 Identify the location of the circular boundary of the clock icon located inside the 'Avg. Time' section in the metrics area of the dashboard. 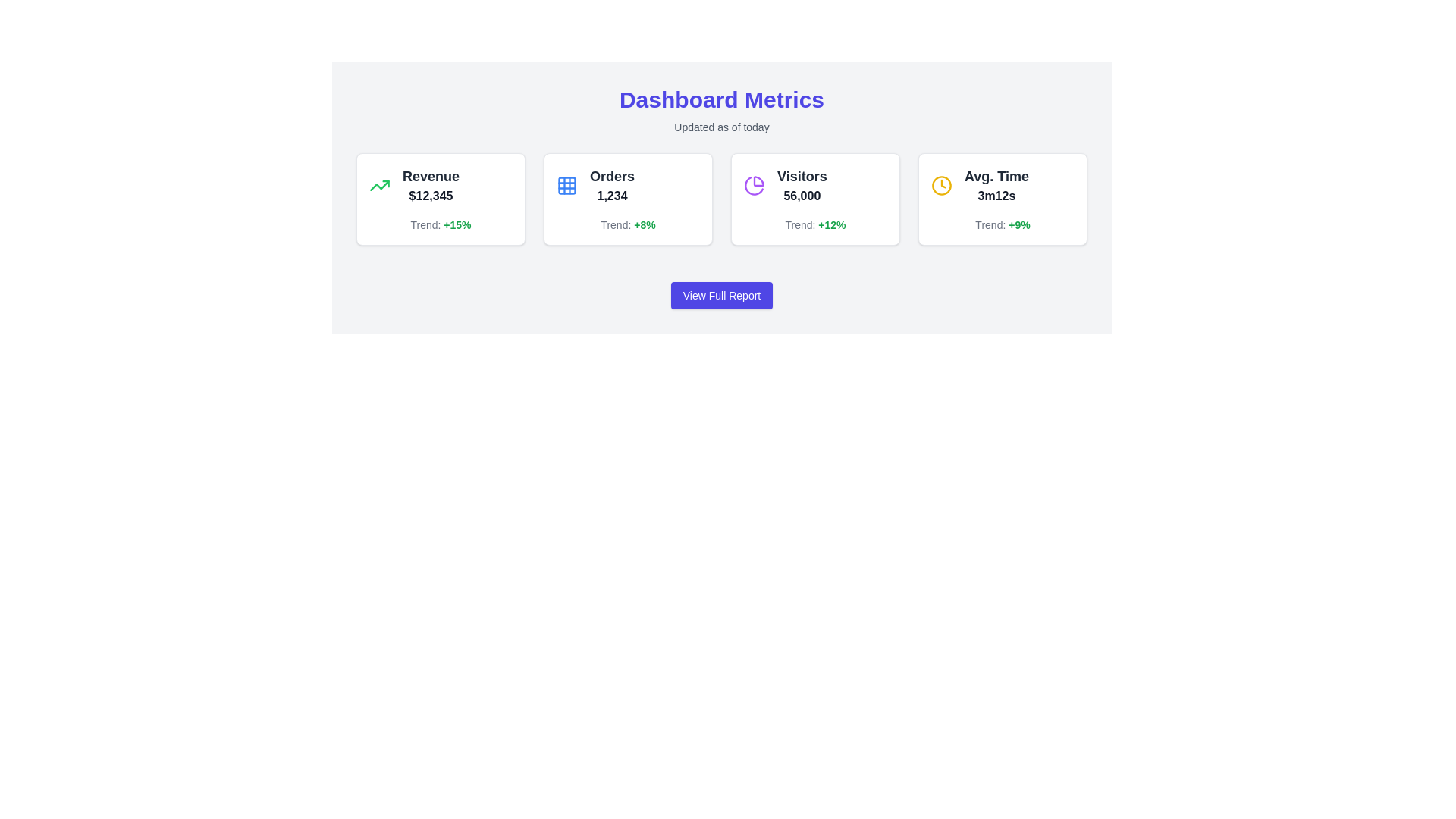
(941, 184).